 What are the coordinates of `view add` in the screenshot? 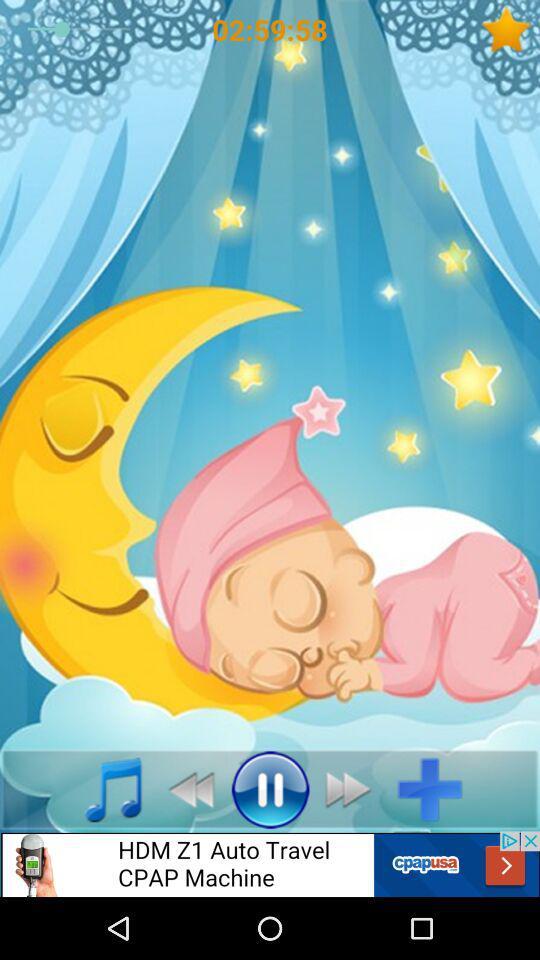 It's located at (270, 863).